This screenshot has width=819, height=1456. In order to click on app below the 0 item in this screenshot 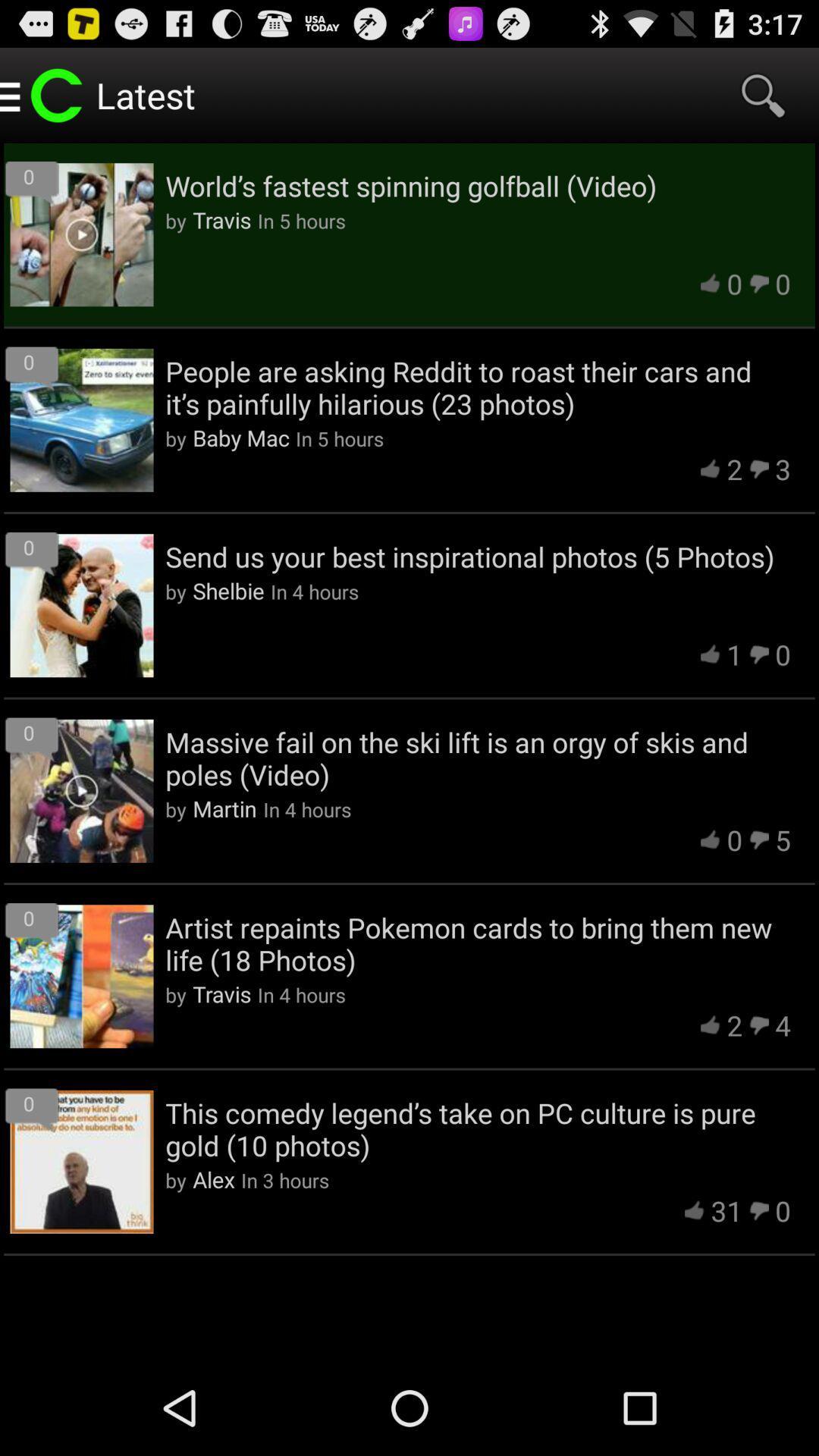, I will do `click(478, 943)`.